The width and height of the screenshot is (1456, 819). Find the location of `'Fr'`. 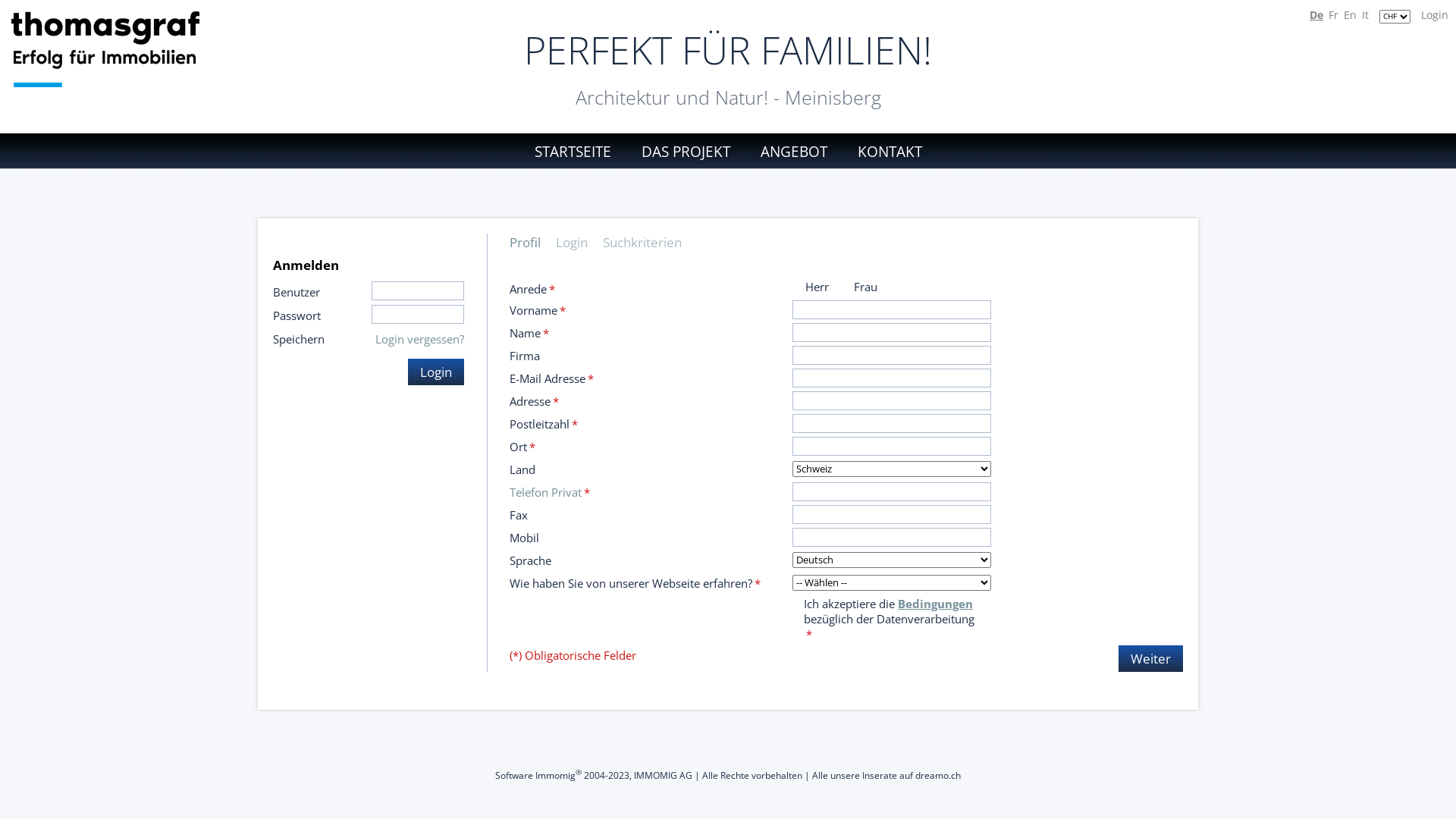

'Fr' is located at coordinates (1332, 14).